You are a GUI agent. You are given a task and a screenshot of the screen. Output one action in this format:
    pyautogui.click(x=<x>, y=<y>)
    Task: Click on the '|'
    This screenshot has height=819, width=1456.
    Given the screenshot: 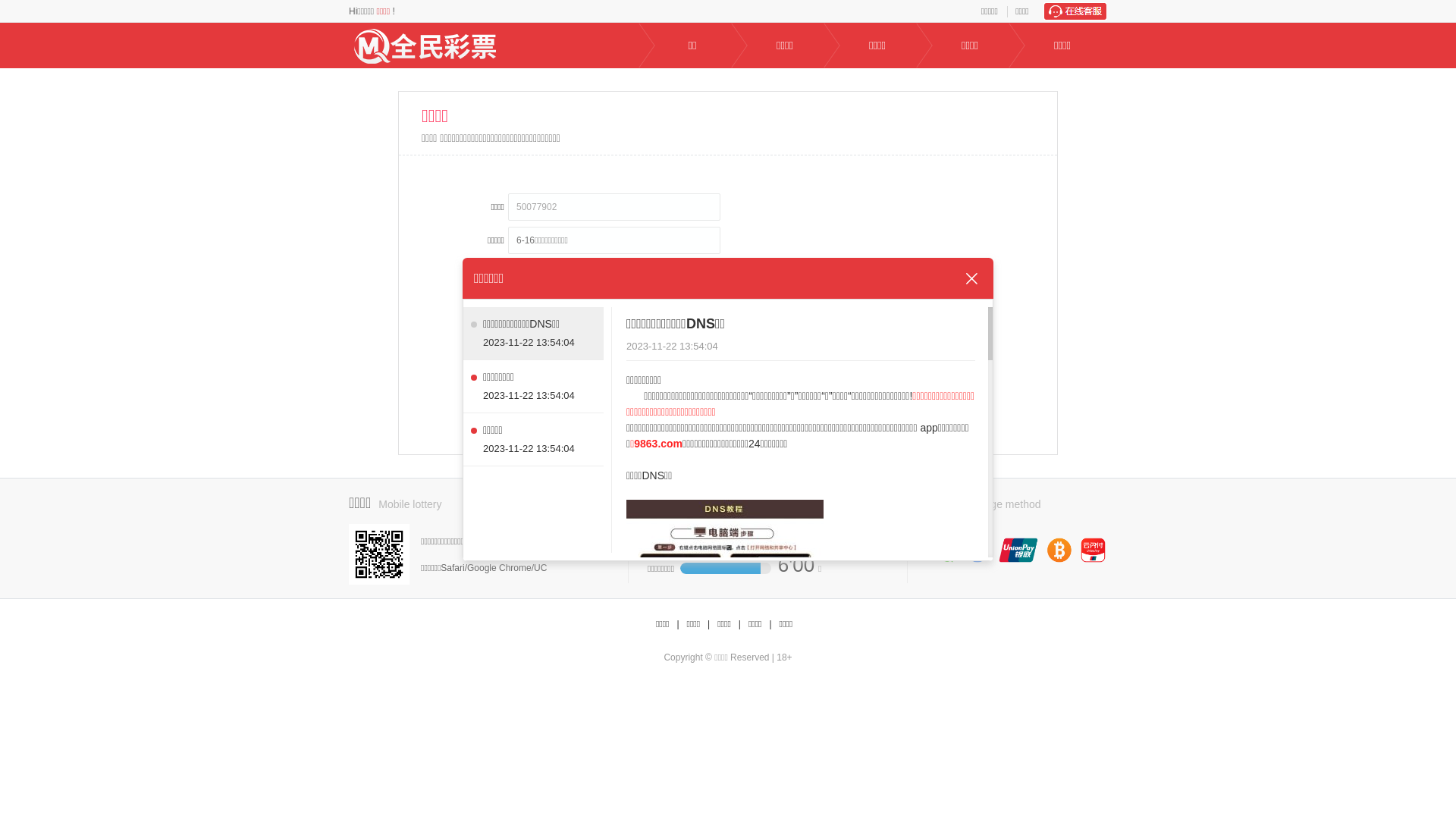 What is the action you would take?
    pyautogui.click(x=676, y=624)
    